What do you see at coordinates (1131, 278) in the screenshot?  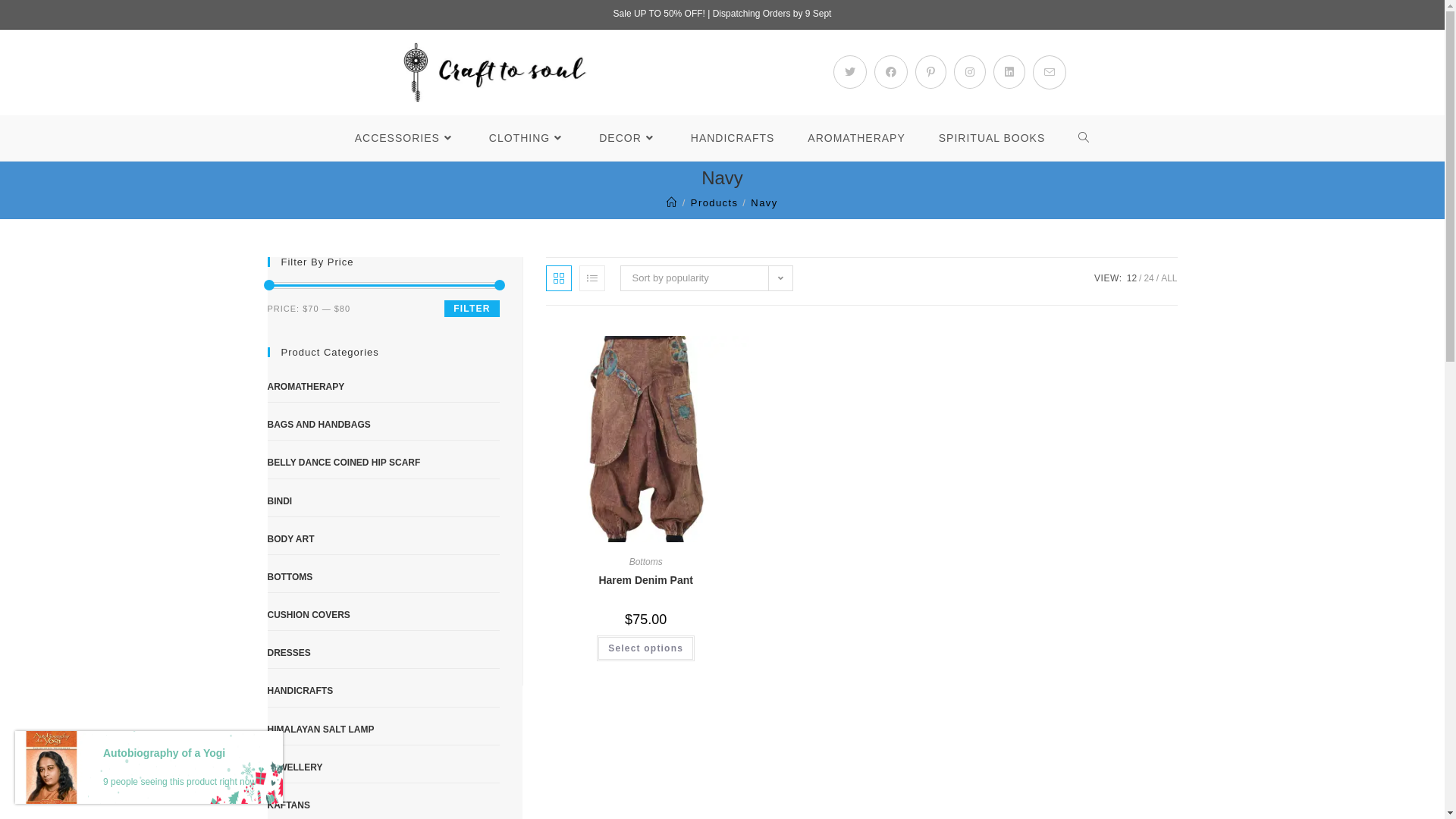 I see `'12'` at bounding box center [1131, 278].